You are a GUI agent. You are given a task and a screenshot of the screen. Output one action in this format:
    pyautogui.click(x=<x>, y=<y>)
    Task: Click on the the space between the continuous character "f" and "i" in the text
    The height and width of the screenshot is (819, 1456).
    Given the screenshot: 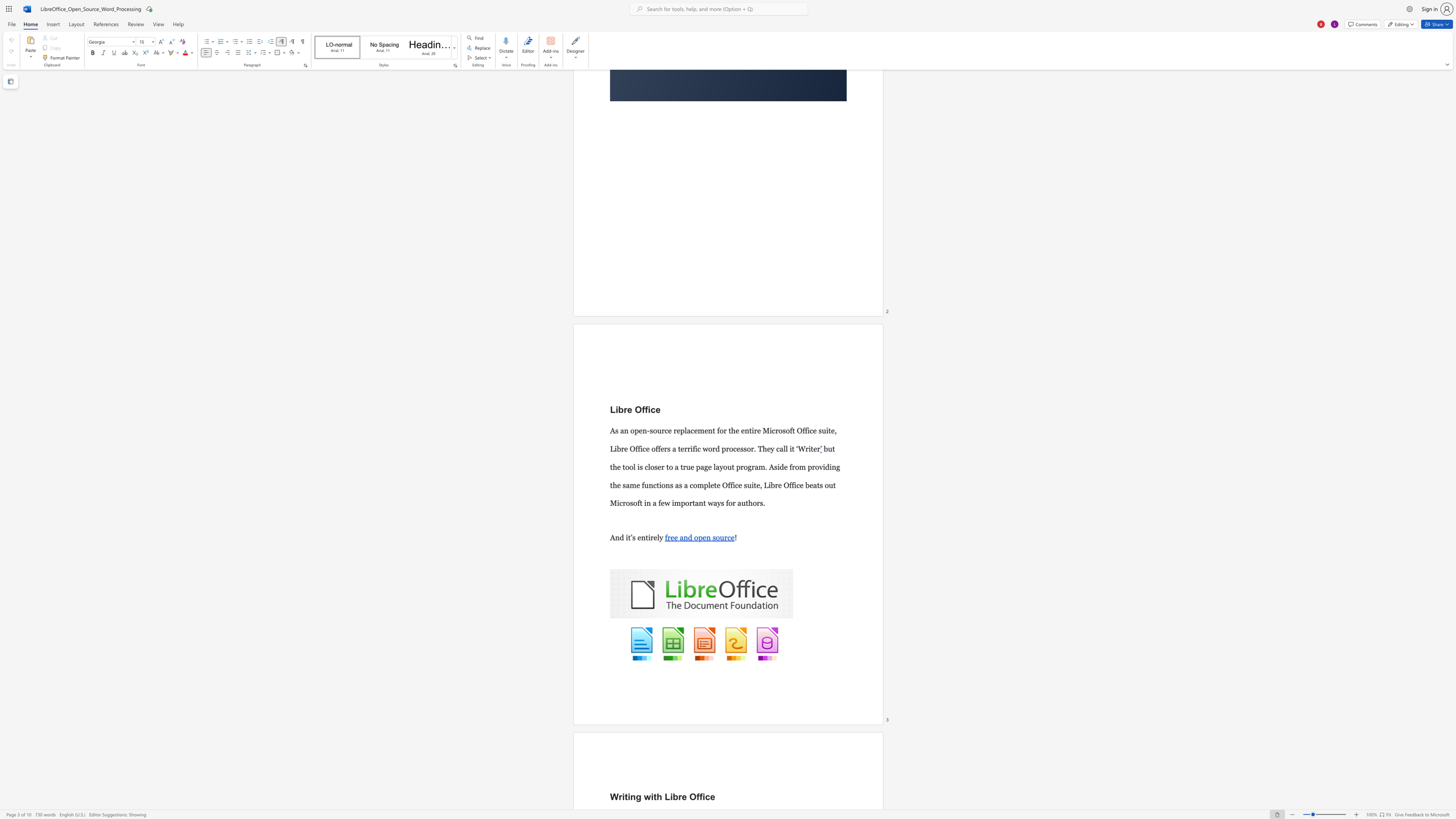 What is the action you would take?
    pyautogui.click(x=701, y=796)
    